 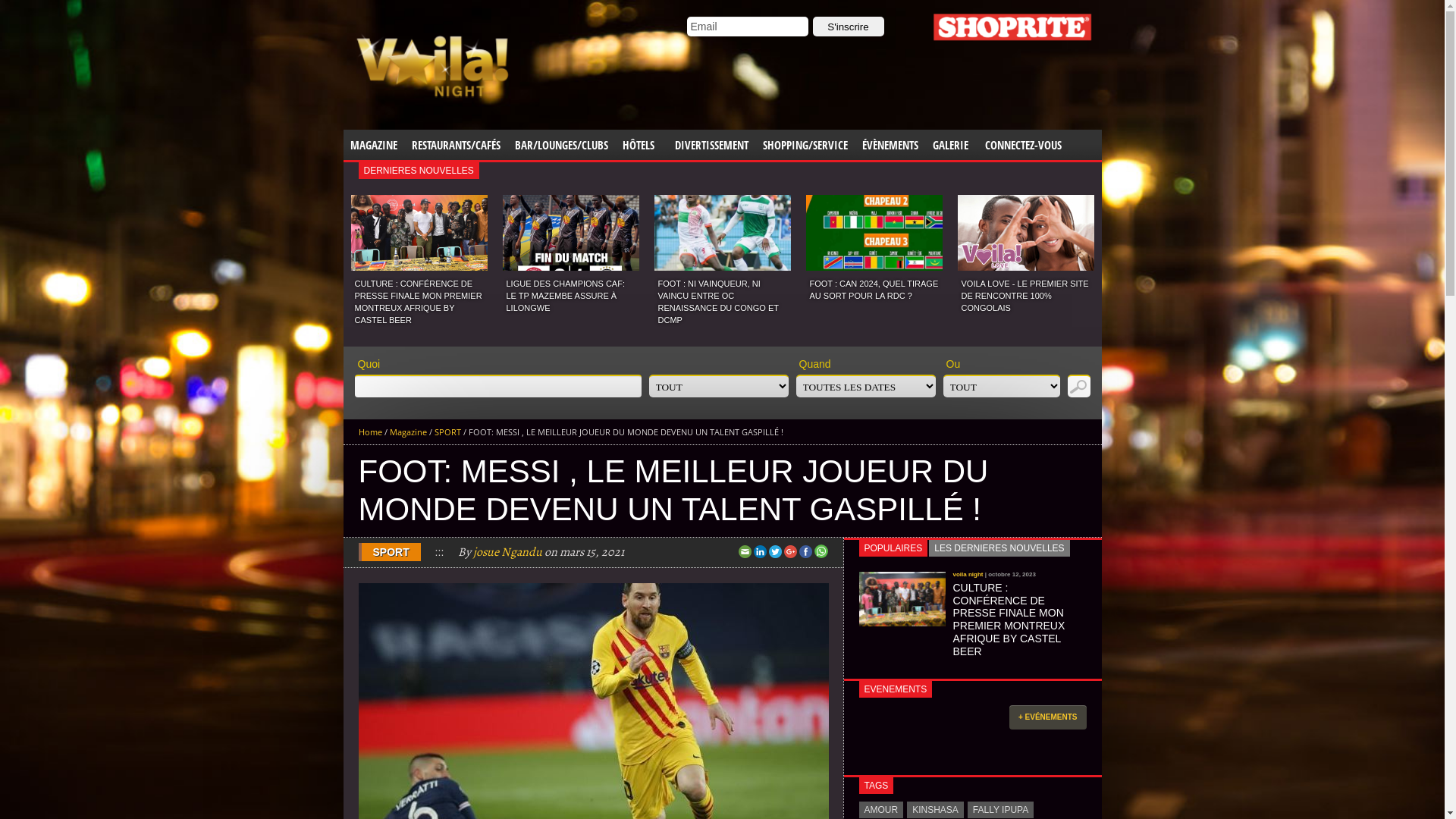 I want to click on 'Google+', so click(x=790, y=551).